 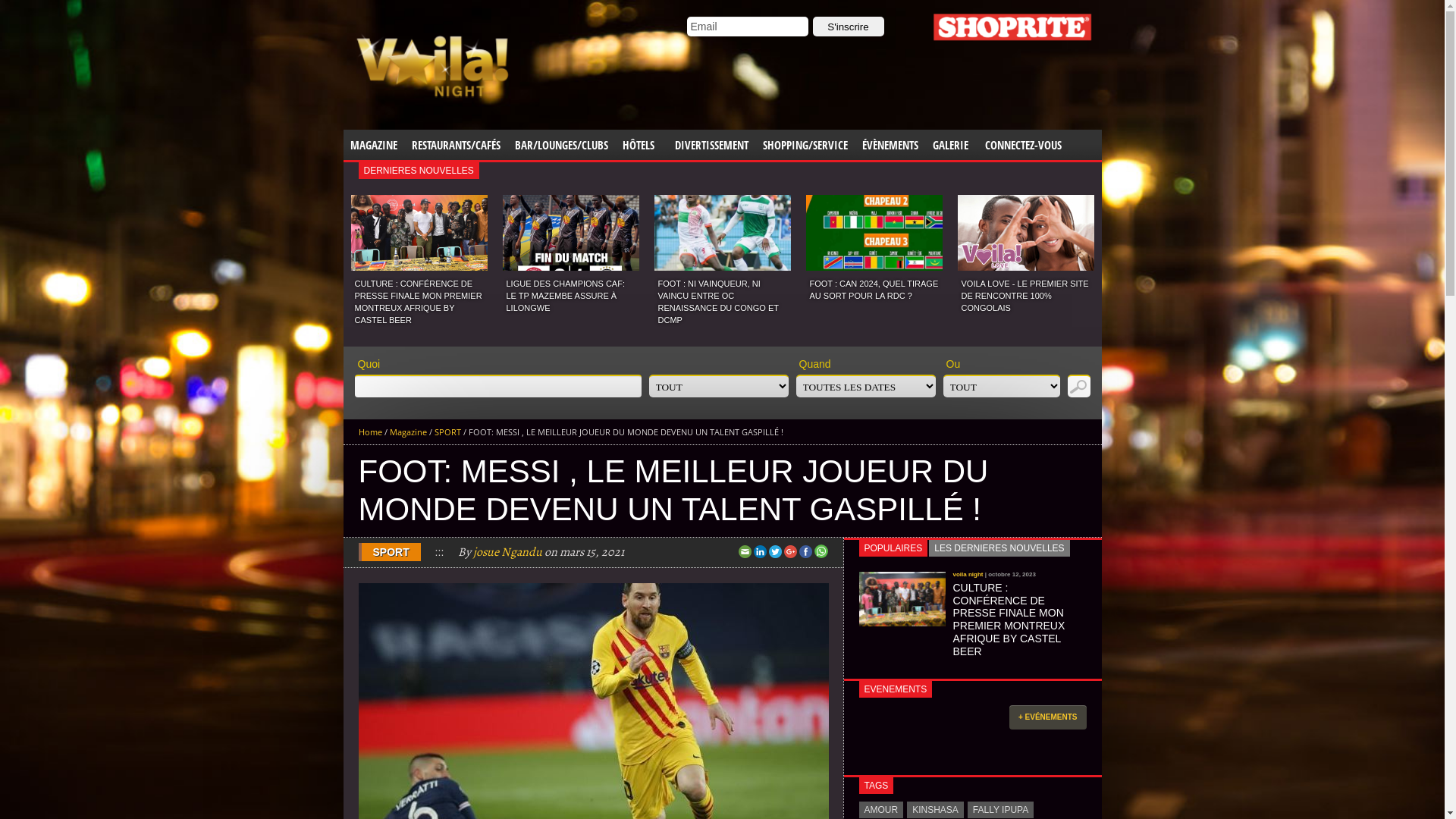 I want to click on 'Google+', so click(x=790, y=551).